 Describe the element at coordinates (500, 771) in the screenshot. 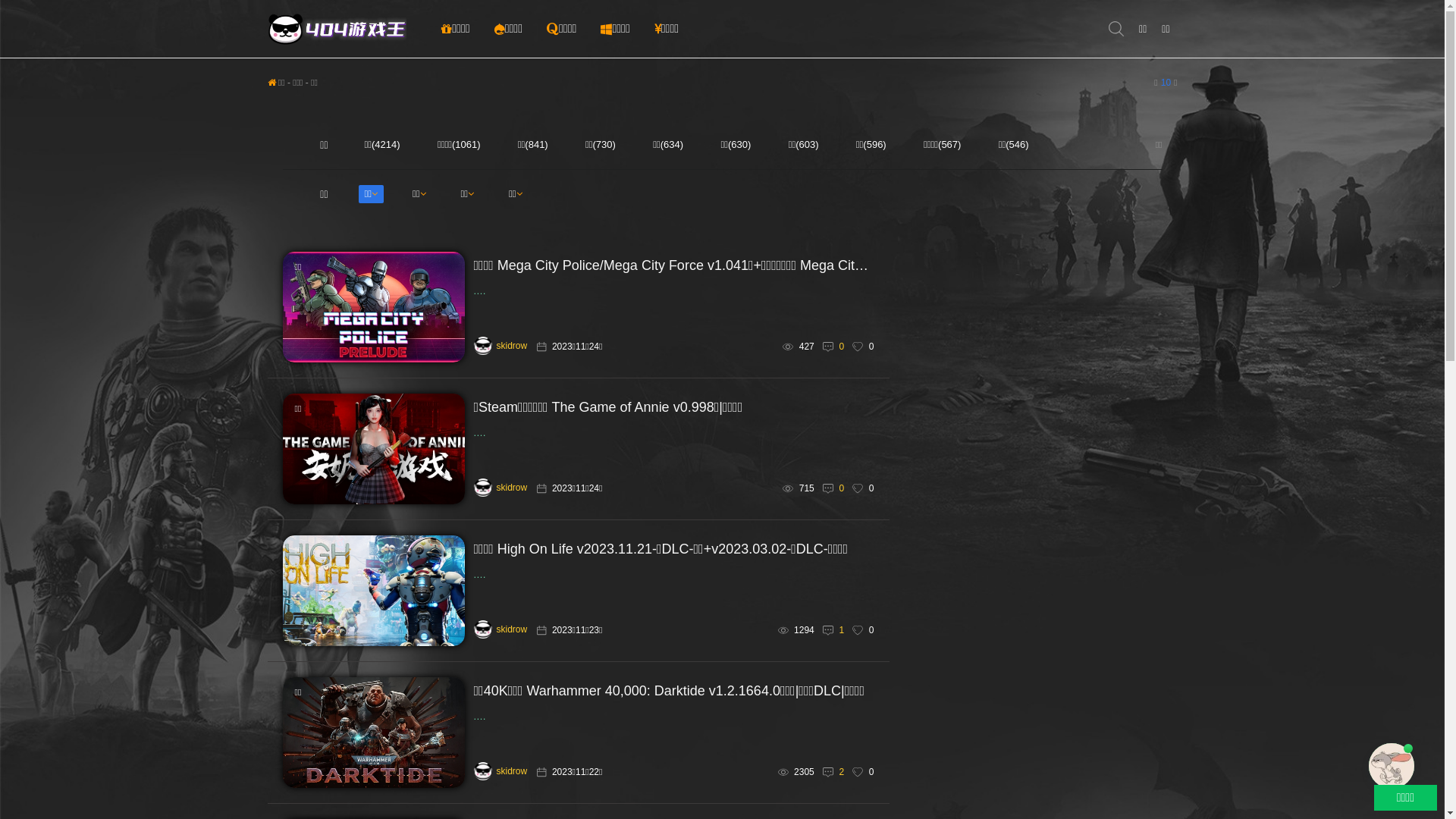

I see `'skidrow'` at that location.